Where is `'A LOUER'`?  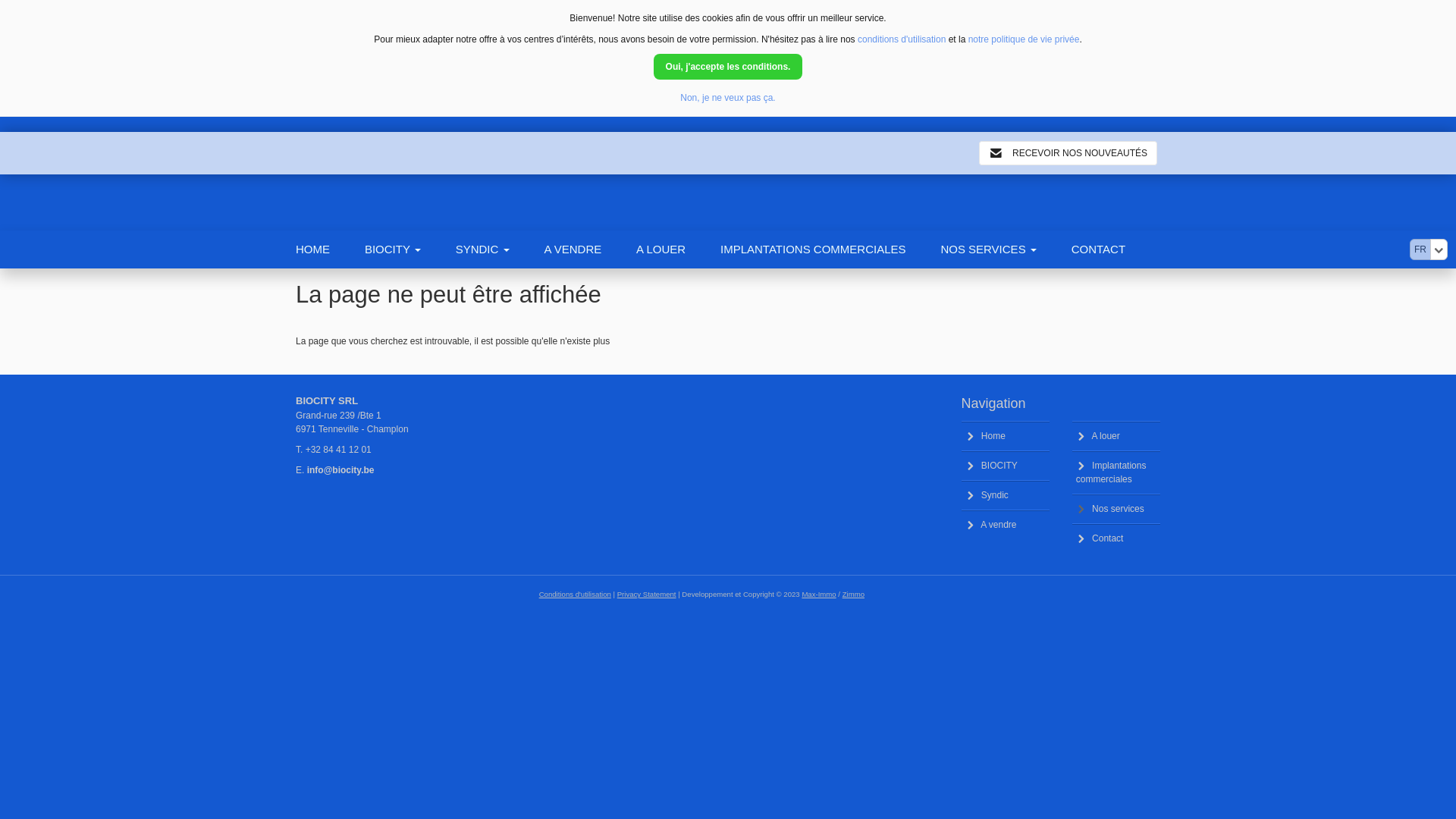
'A LOUER' is located at coordinates (677, 248).